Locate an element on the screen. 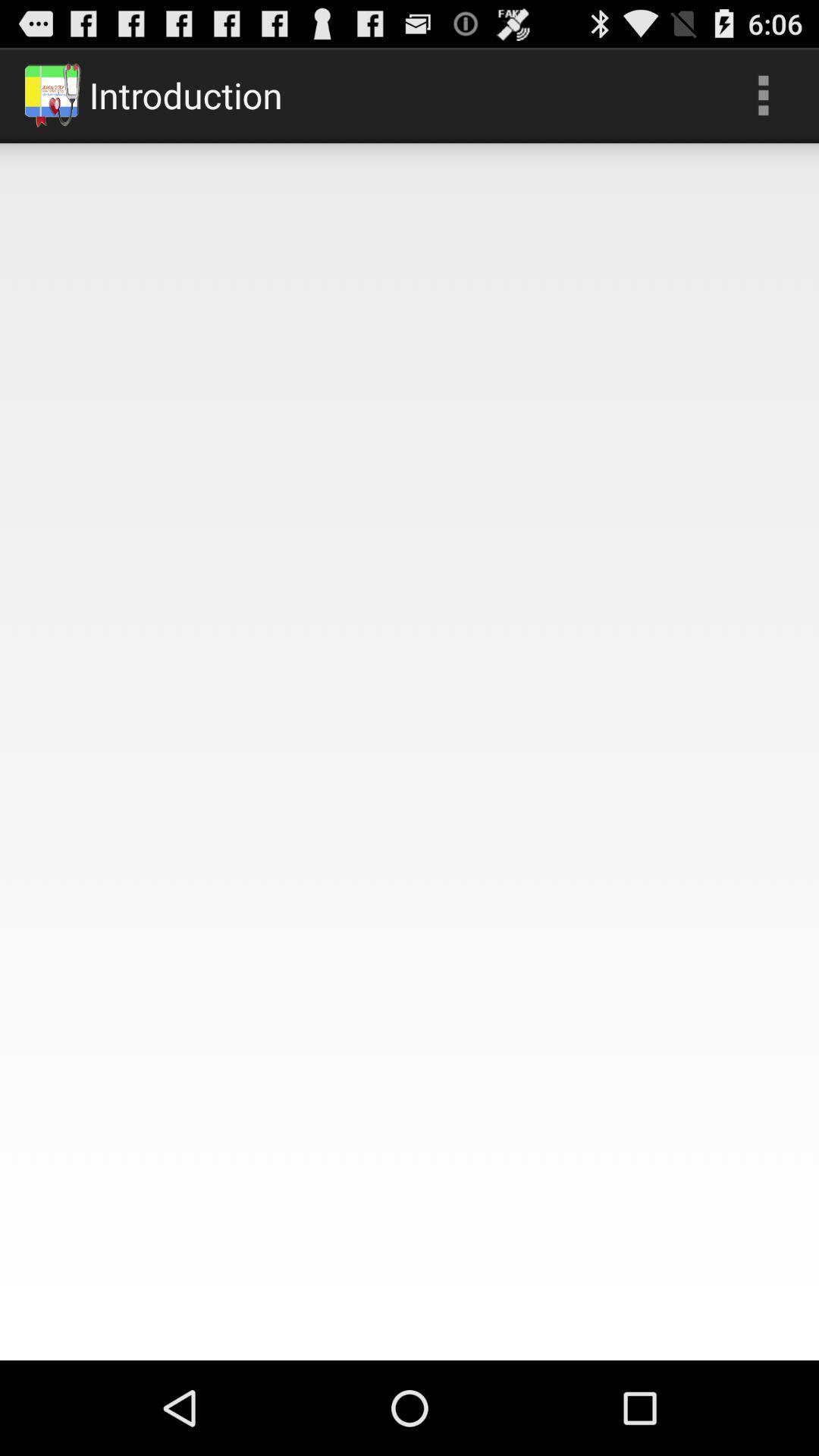 This screenshot has width=819, height=1456. item to the right of introduction app is located at coordinates (763, 94).